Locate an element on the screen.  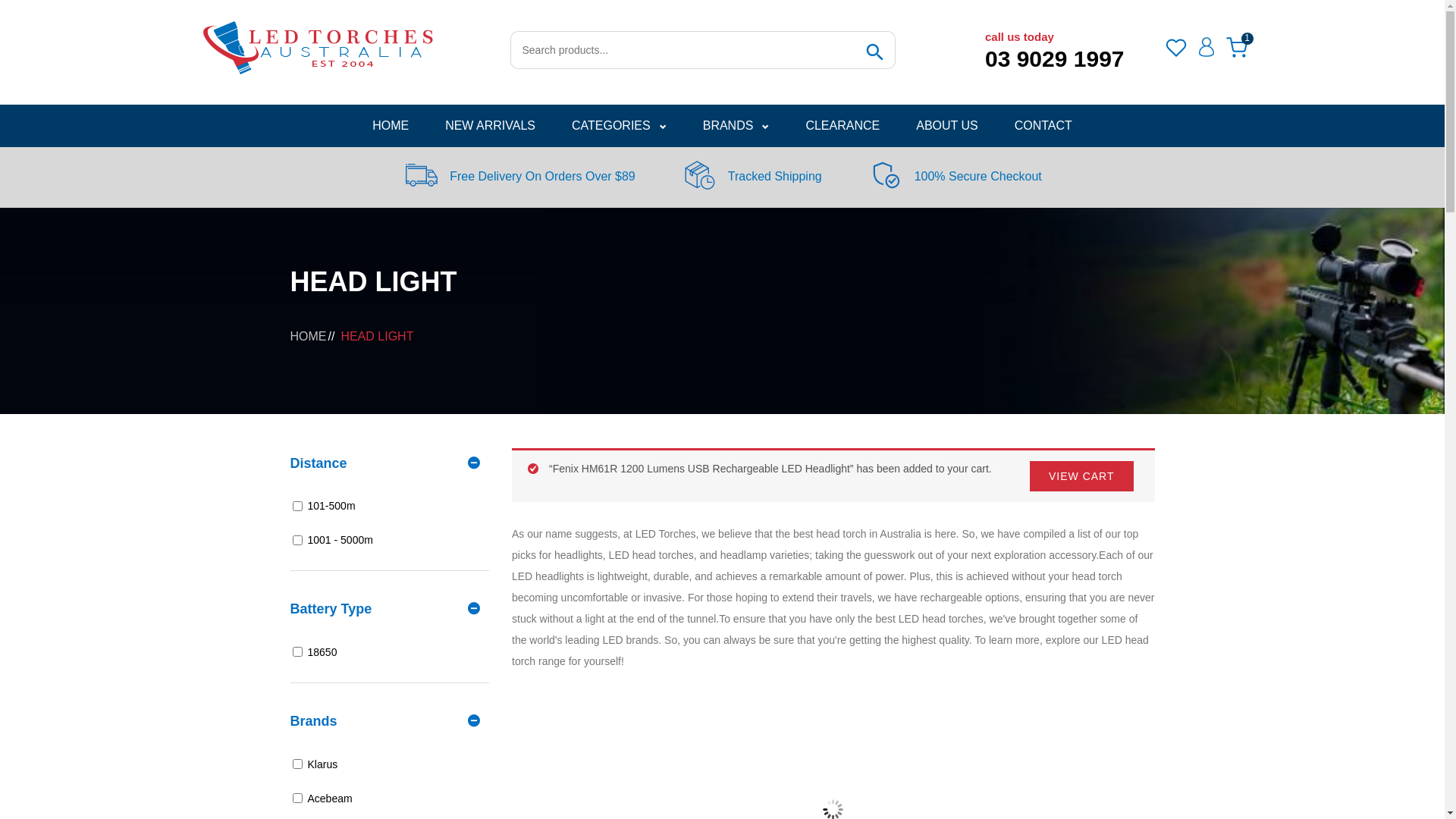
'CLEARANCE' is located at coordinates (786, 124).